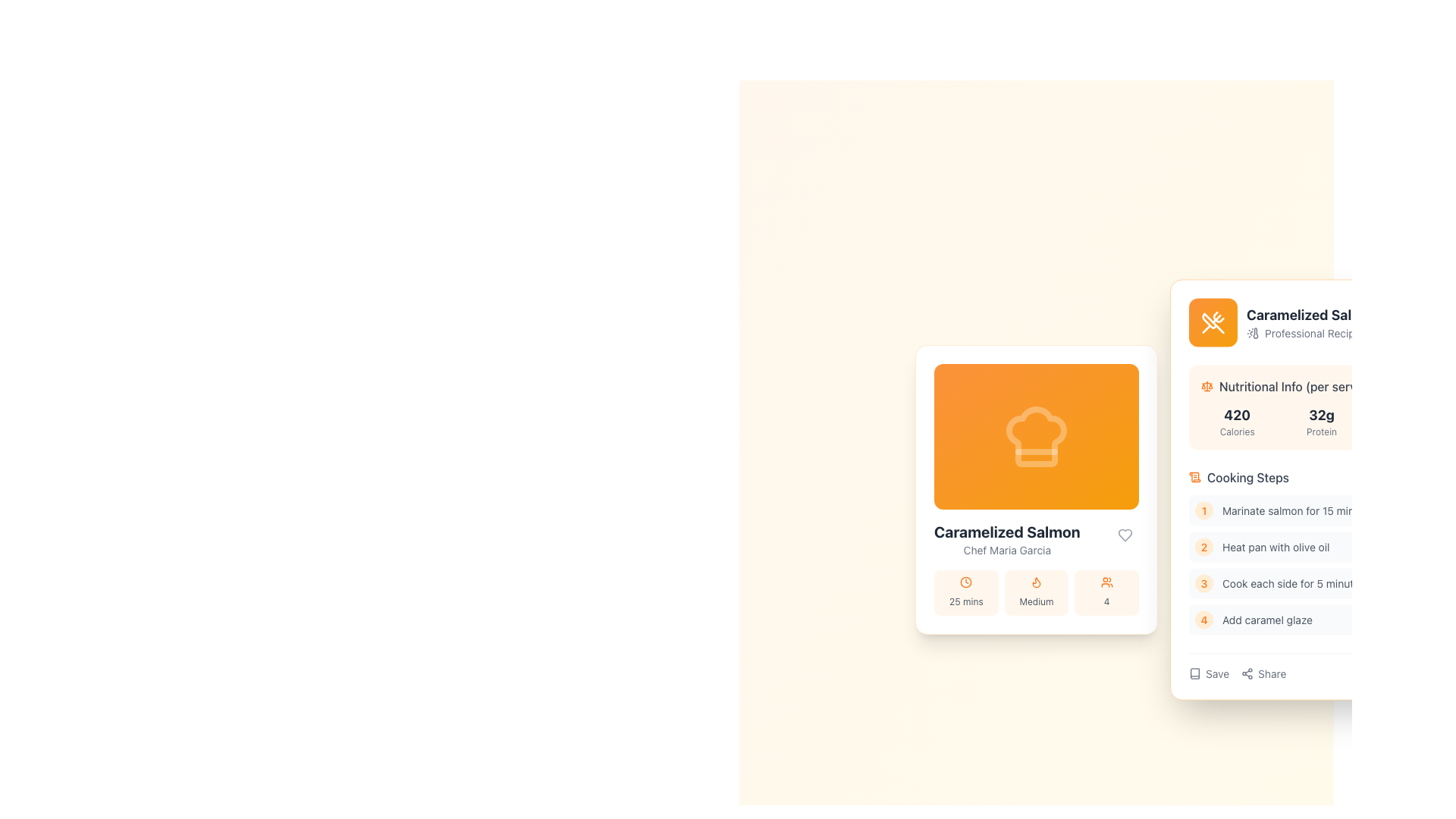  I want to click on the Information box that displays nutritional information about the current dish, located in the right side panel above the 'Cooking Steps' section, so click(1320, 406).